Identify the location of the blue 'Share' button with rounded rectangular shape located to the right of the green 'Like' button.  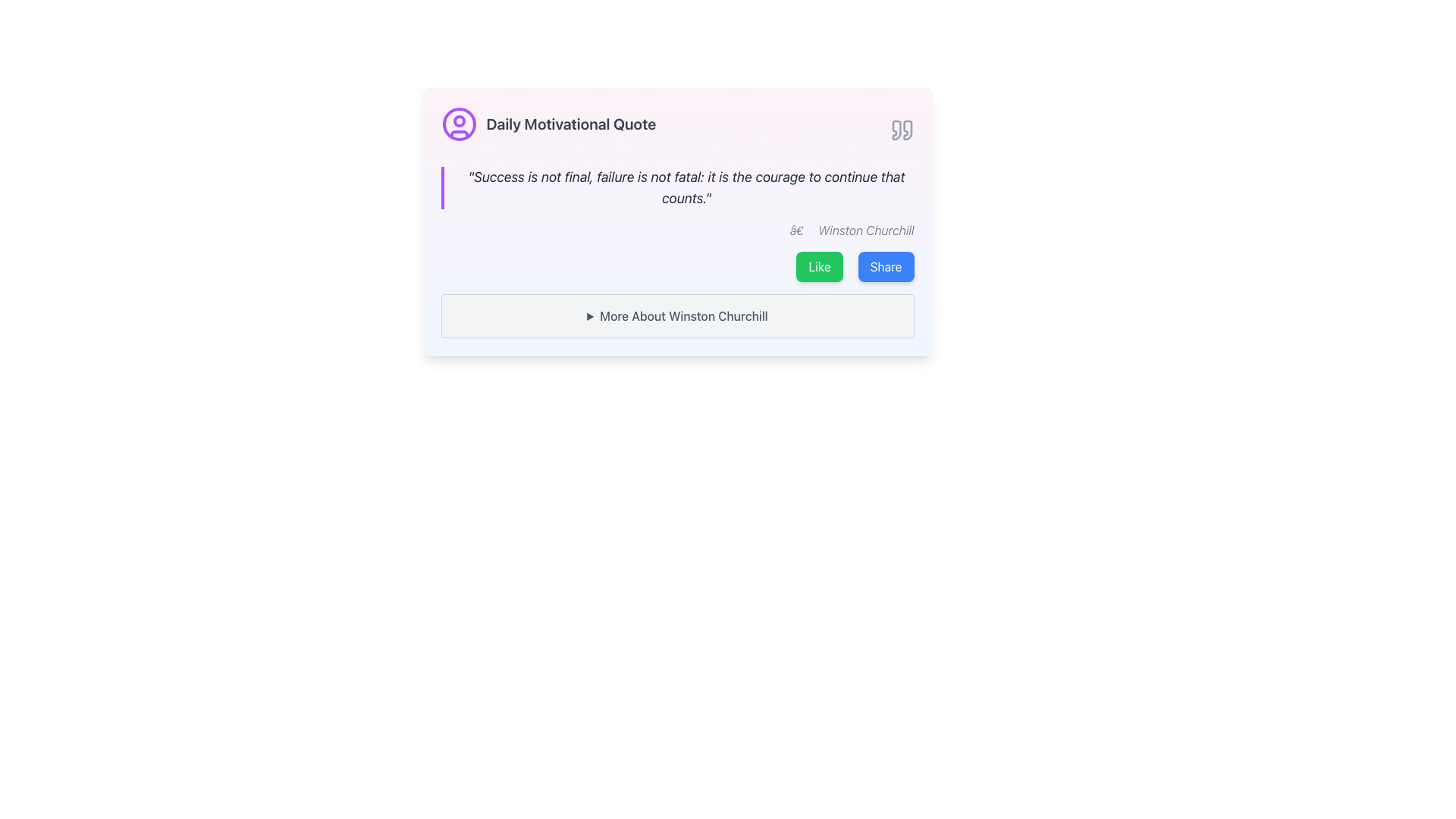
(886, 265).